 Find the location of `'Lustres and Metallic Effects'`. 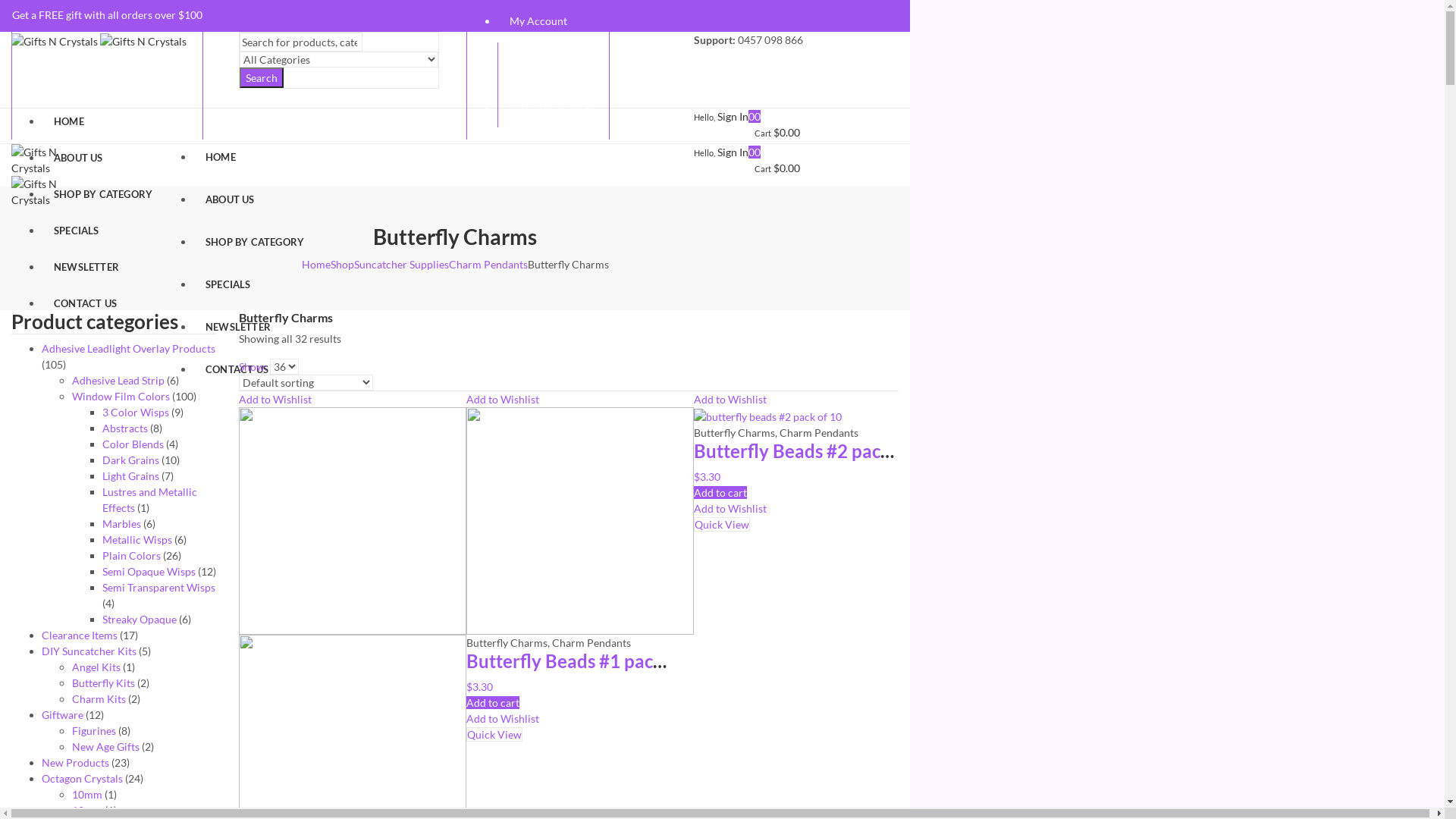

'Lustres and Metallic Effects' is located at coordinates (149, 500).